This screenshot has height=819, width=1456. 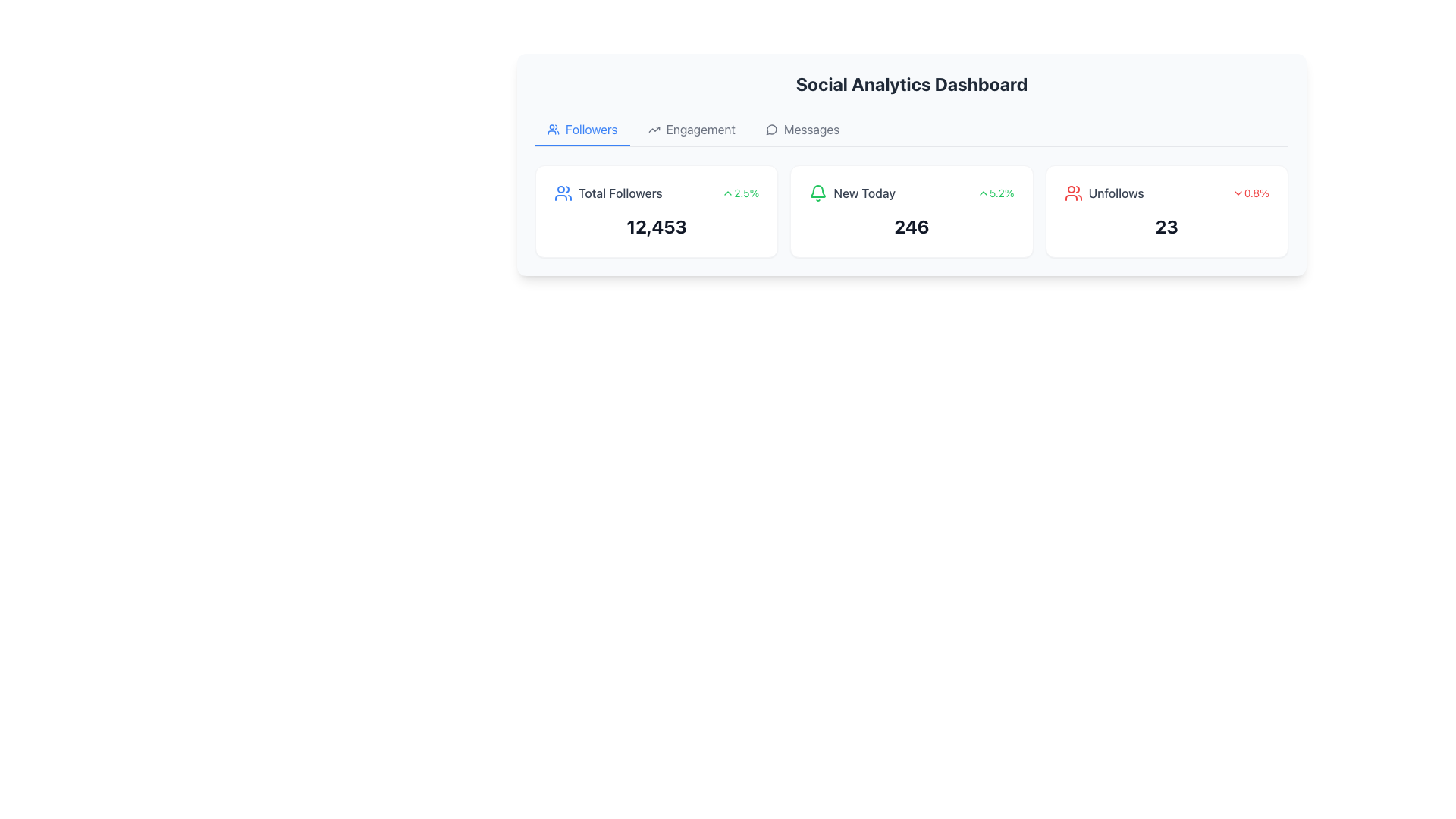 I want to click on text displayed on the 'New Today' label, which is styled in dark gray and located in the central card of a row of cards, to the right of the bell icon, so click(x=864, y=192).